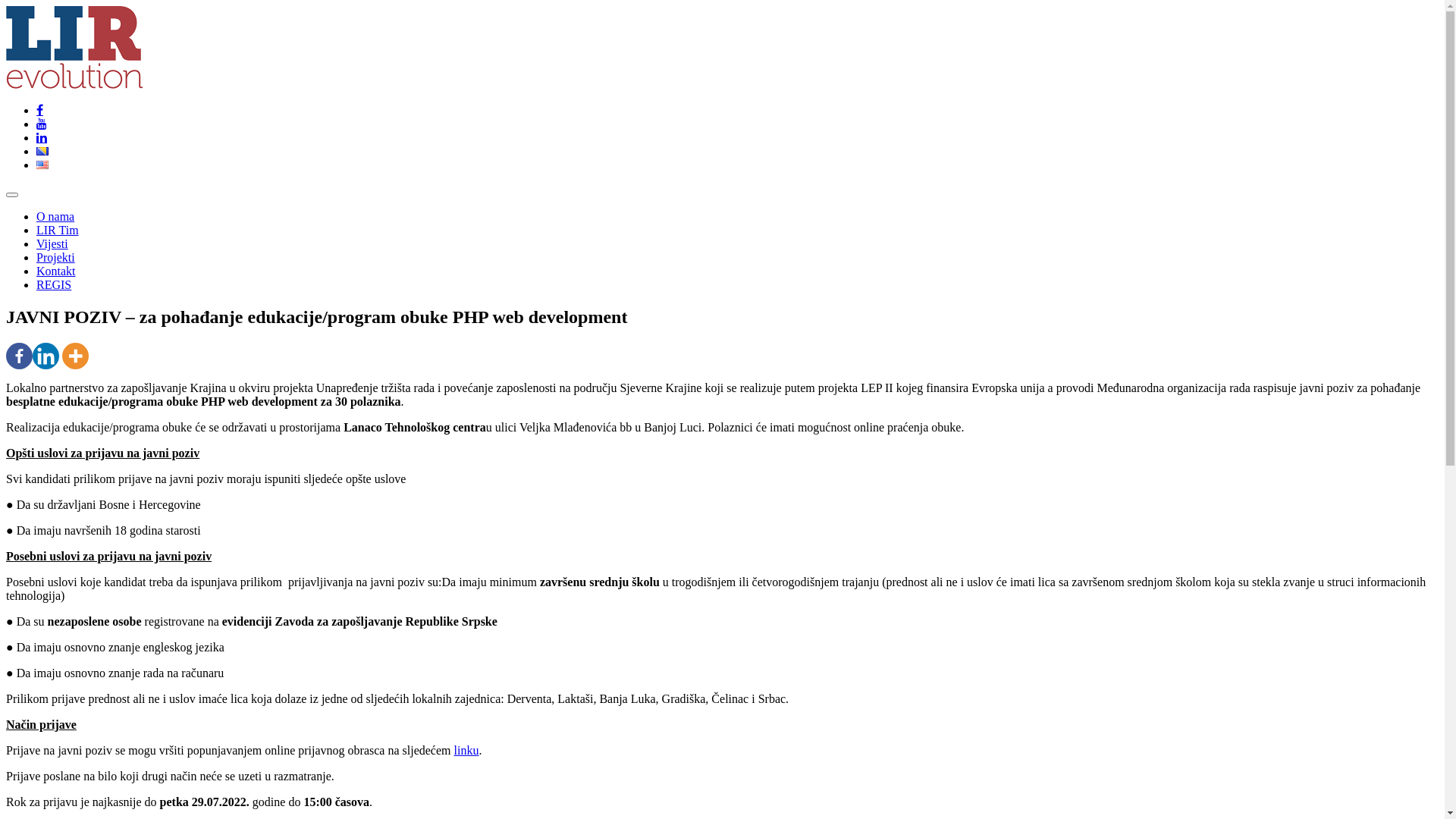 The image size is (1456, 819). What do you see at coordinates (74, 356) in the screenshot?
I see `'More'` at bounding box center [74, 356].